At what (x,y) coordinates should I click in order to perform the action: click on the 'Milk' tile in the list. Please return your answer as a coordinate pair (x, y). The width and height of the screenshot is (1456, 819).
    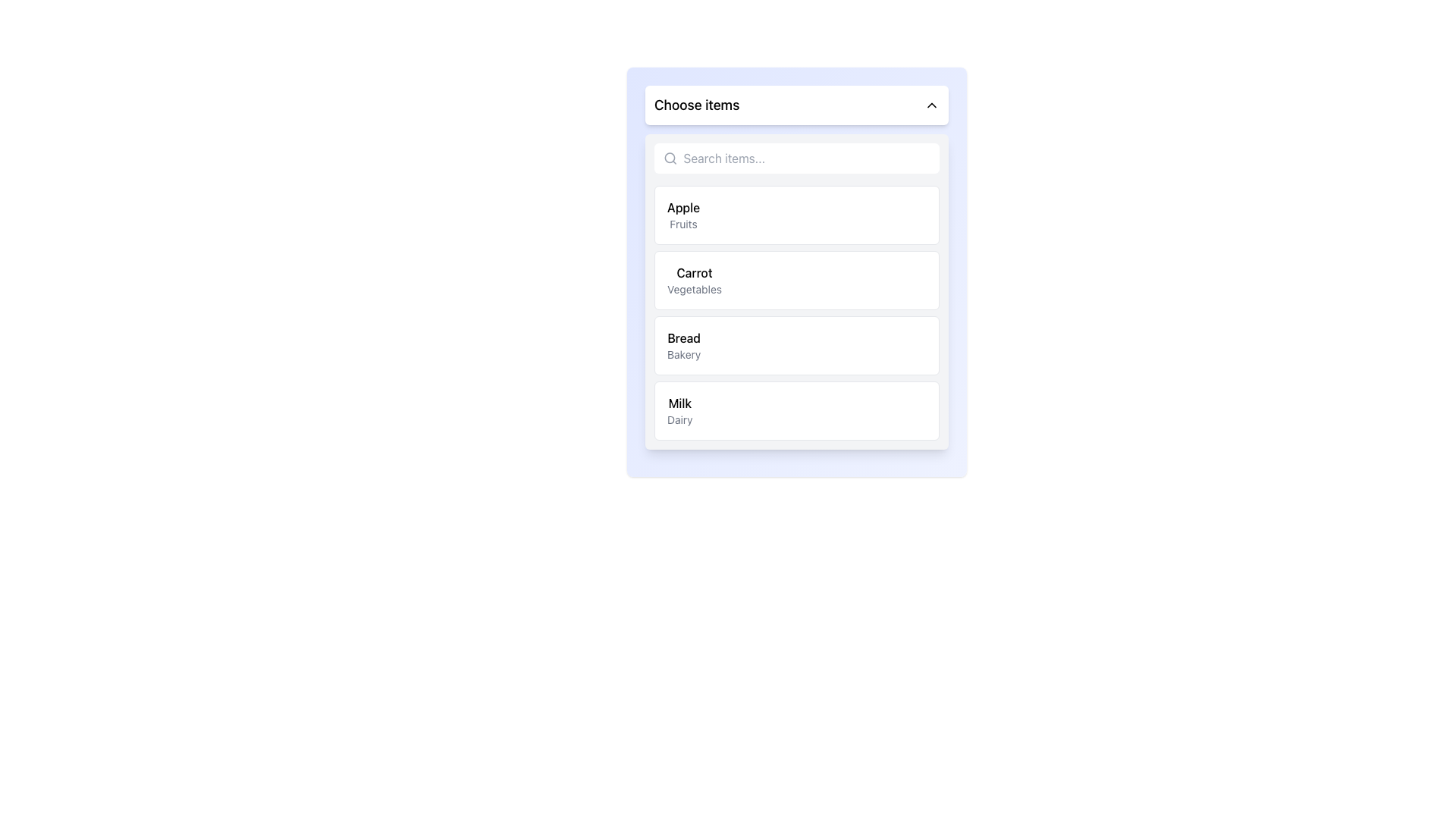
    Looking at the image, I should click on (796, 411).